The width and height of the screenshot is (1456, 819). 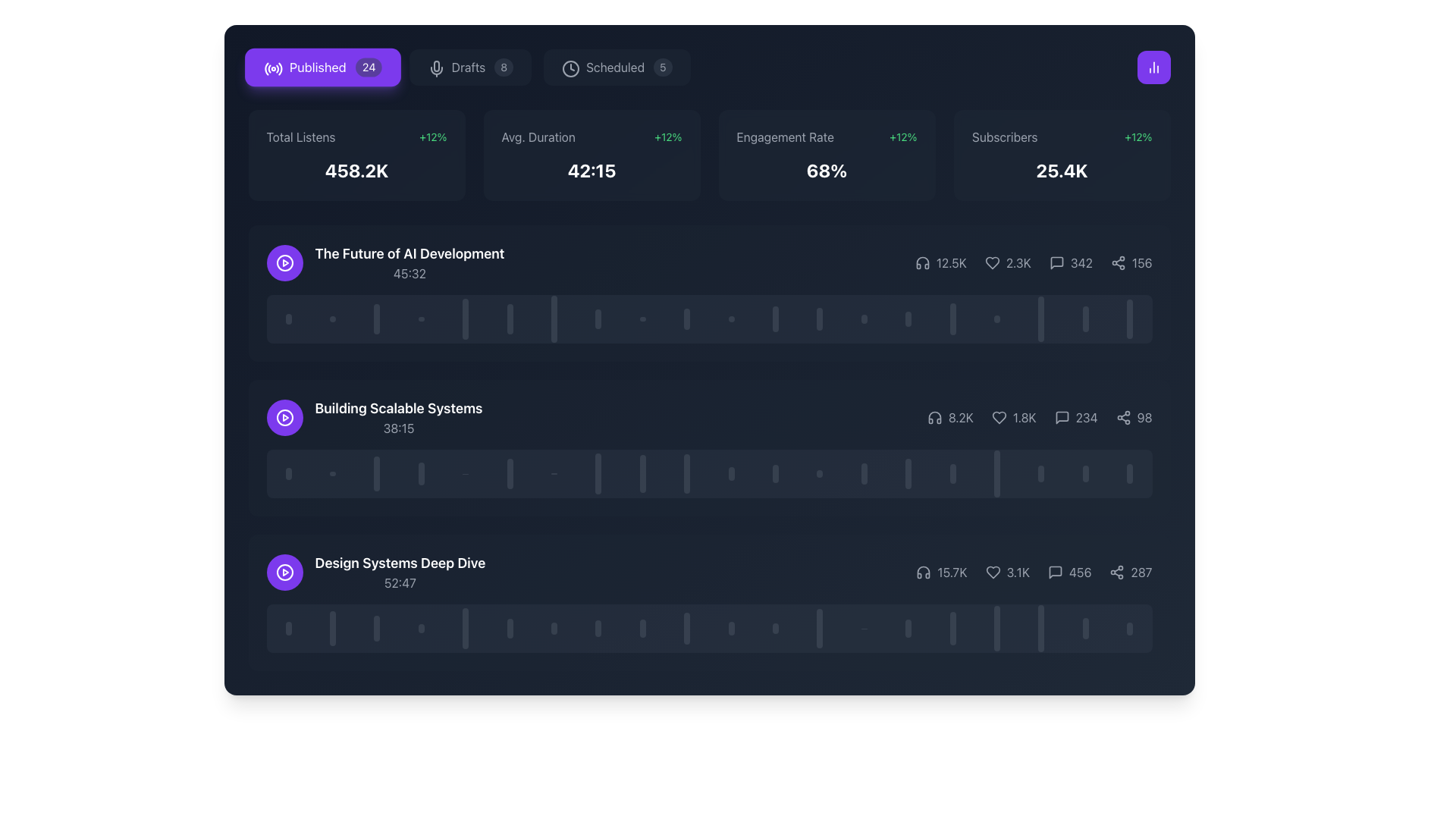 I want to click on the comment bubble icon displaying the number '234', so click(x=1075, y=418).